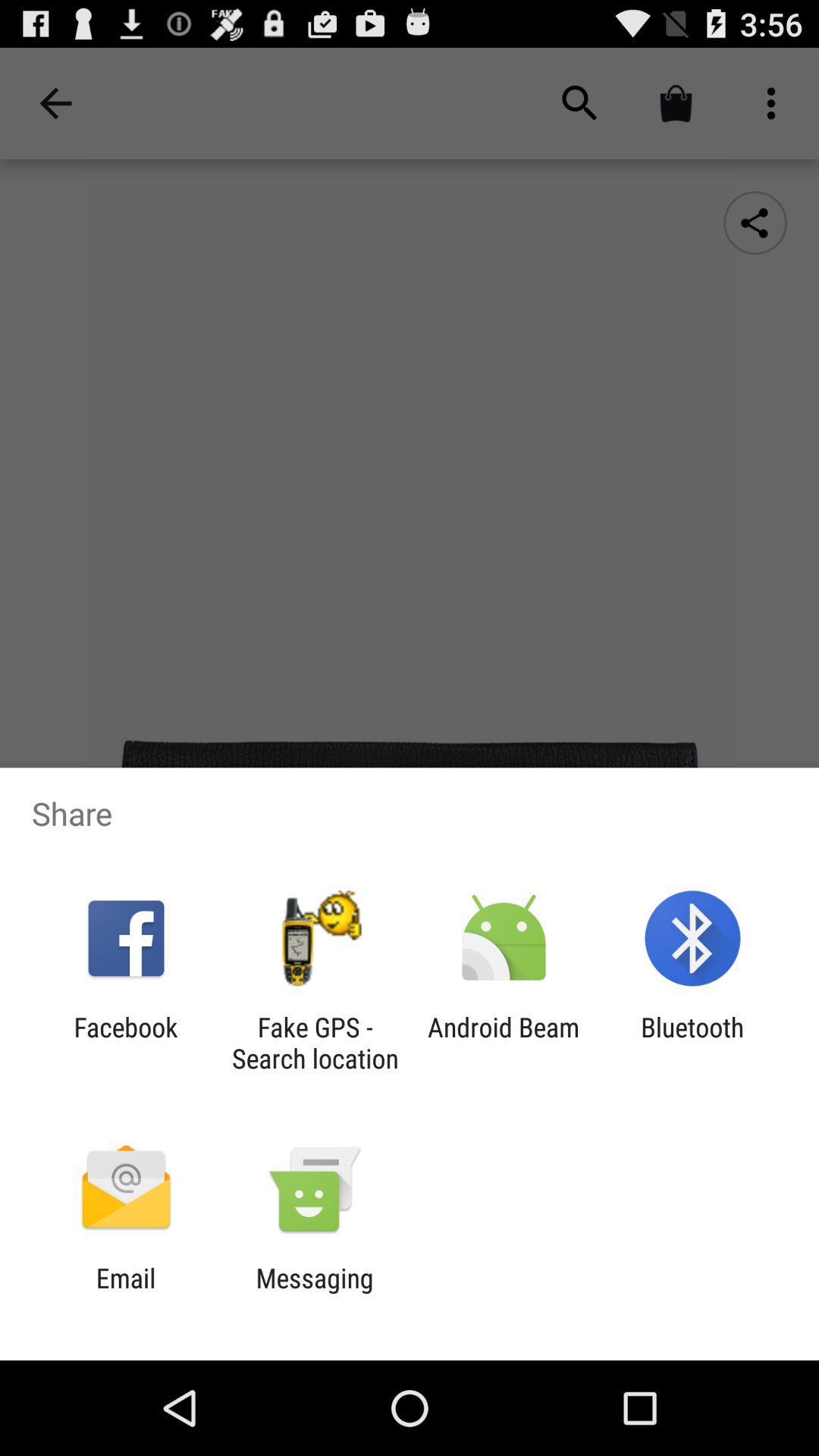  I want to click on app to the left of fake gps search app, so click(125, 1042).